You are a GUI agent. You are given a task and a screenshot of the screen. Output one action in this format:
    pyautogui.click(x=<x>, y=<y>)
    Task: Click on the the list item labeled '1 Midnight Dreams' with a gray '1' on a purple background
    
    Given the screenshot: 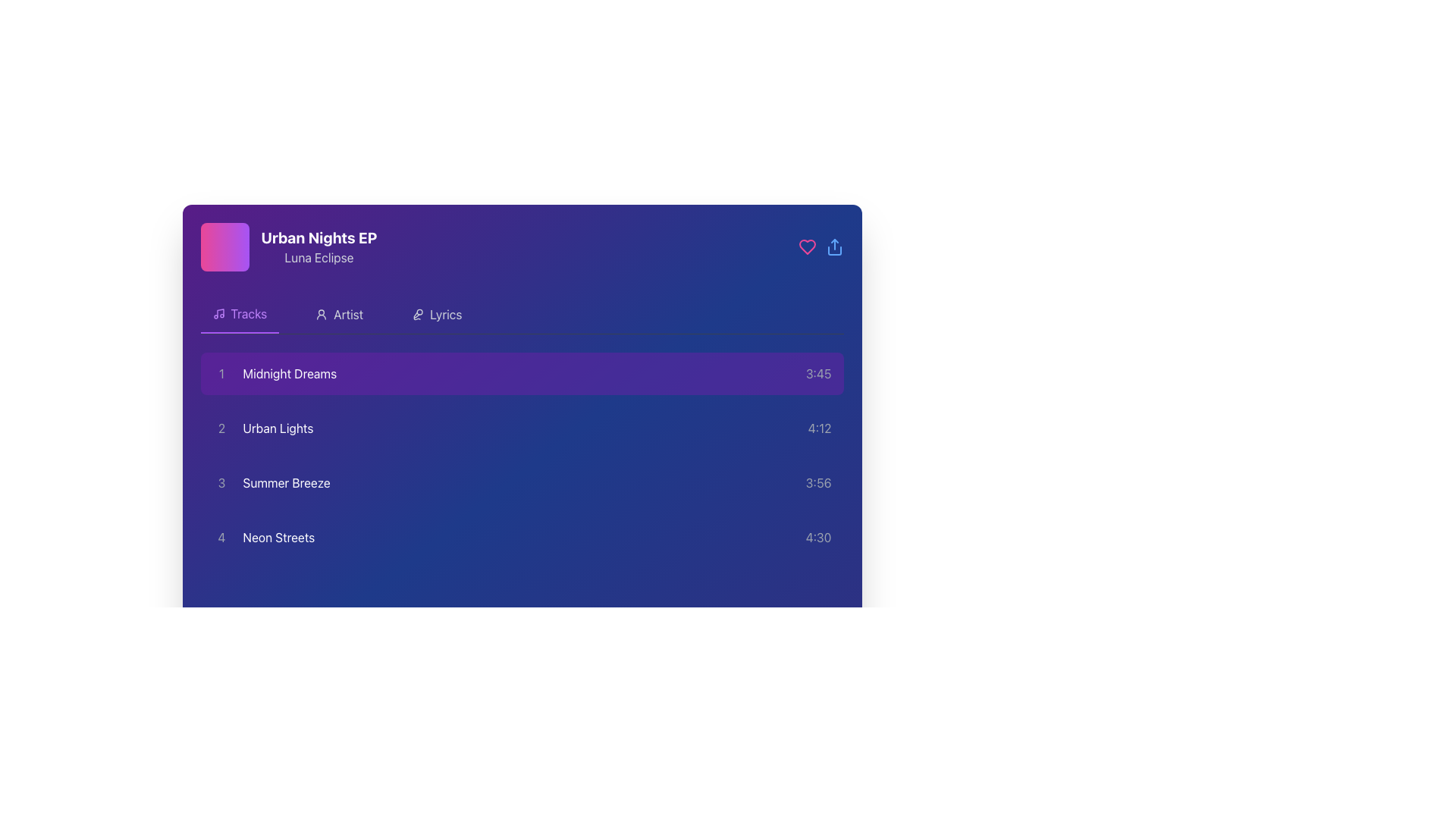 What is the action you would take?
    pyautogui.click(x=274, y=374)
    